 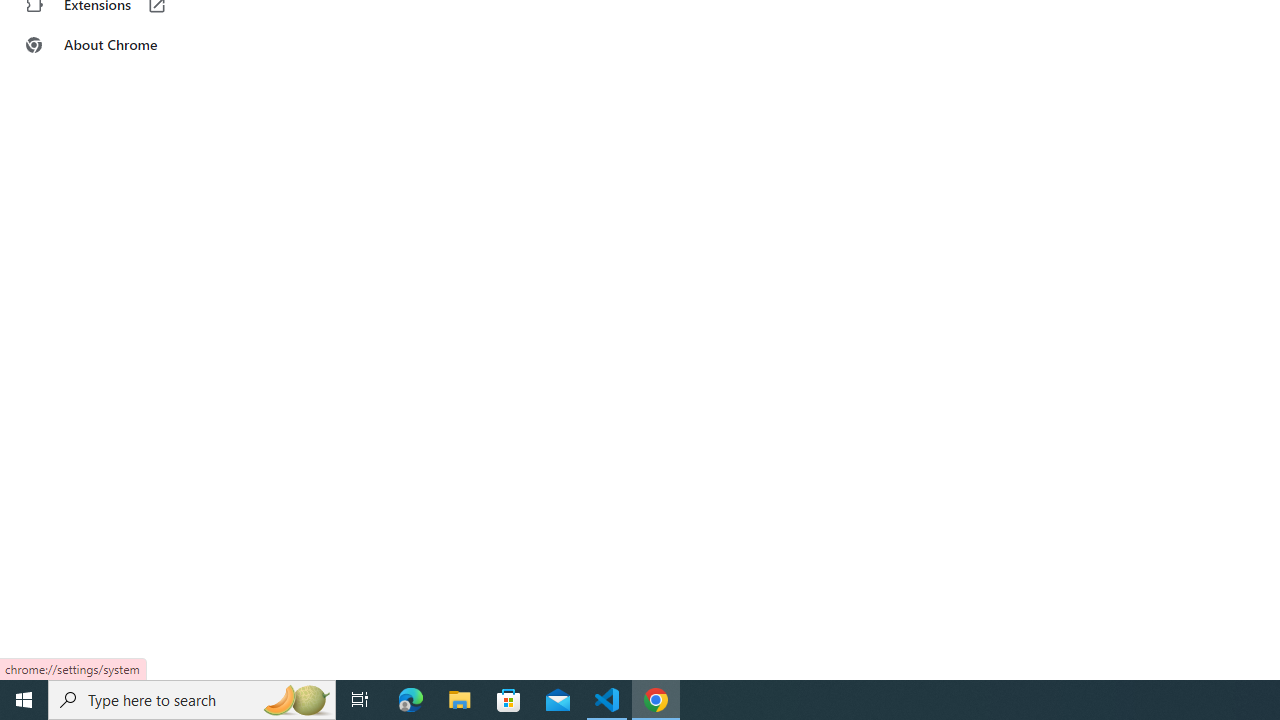 I want to click on 'About Chrome', so click(x=123, y=45).